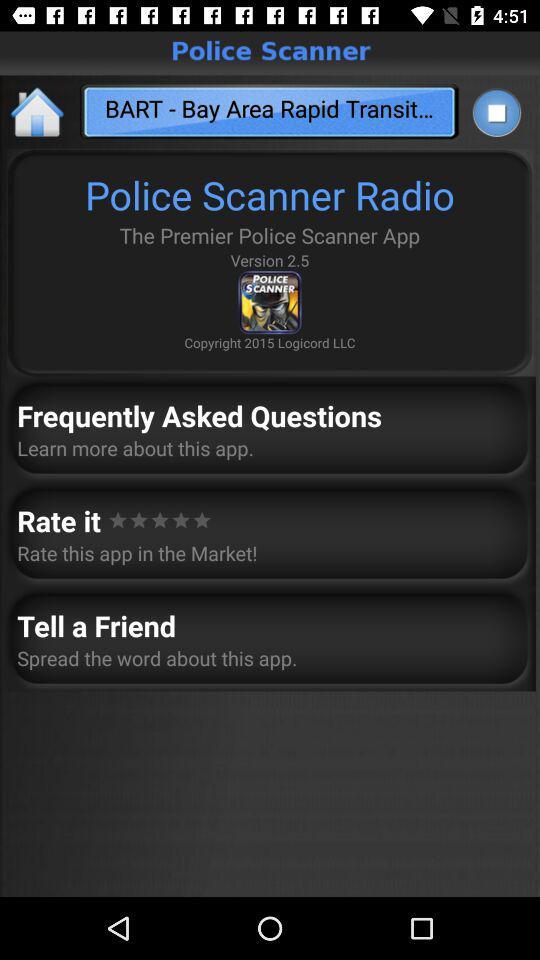 This screenshot has width=540, height=960. I want to click on item at the top right corner, so click(495, 112).